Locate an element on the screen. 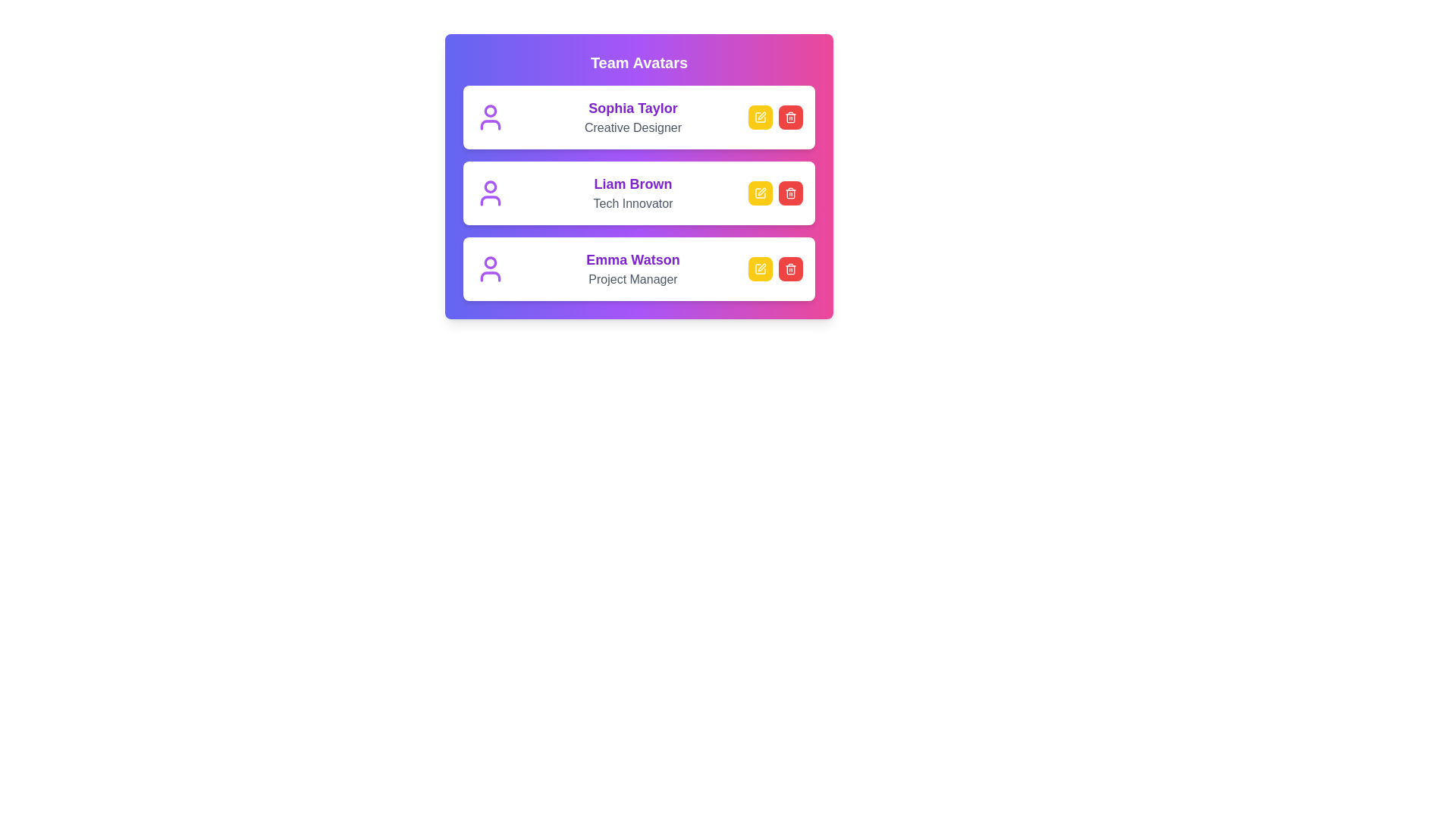 Image resolution: width=1456 pixels, height=819 pixels. the square button with a bright yellow background and a white pen icon, which is located in the right section of the card for 'Emma Watson', next to the red delete button is located at coordinates (761, 268).